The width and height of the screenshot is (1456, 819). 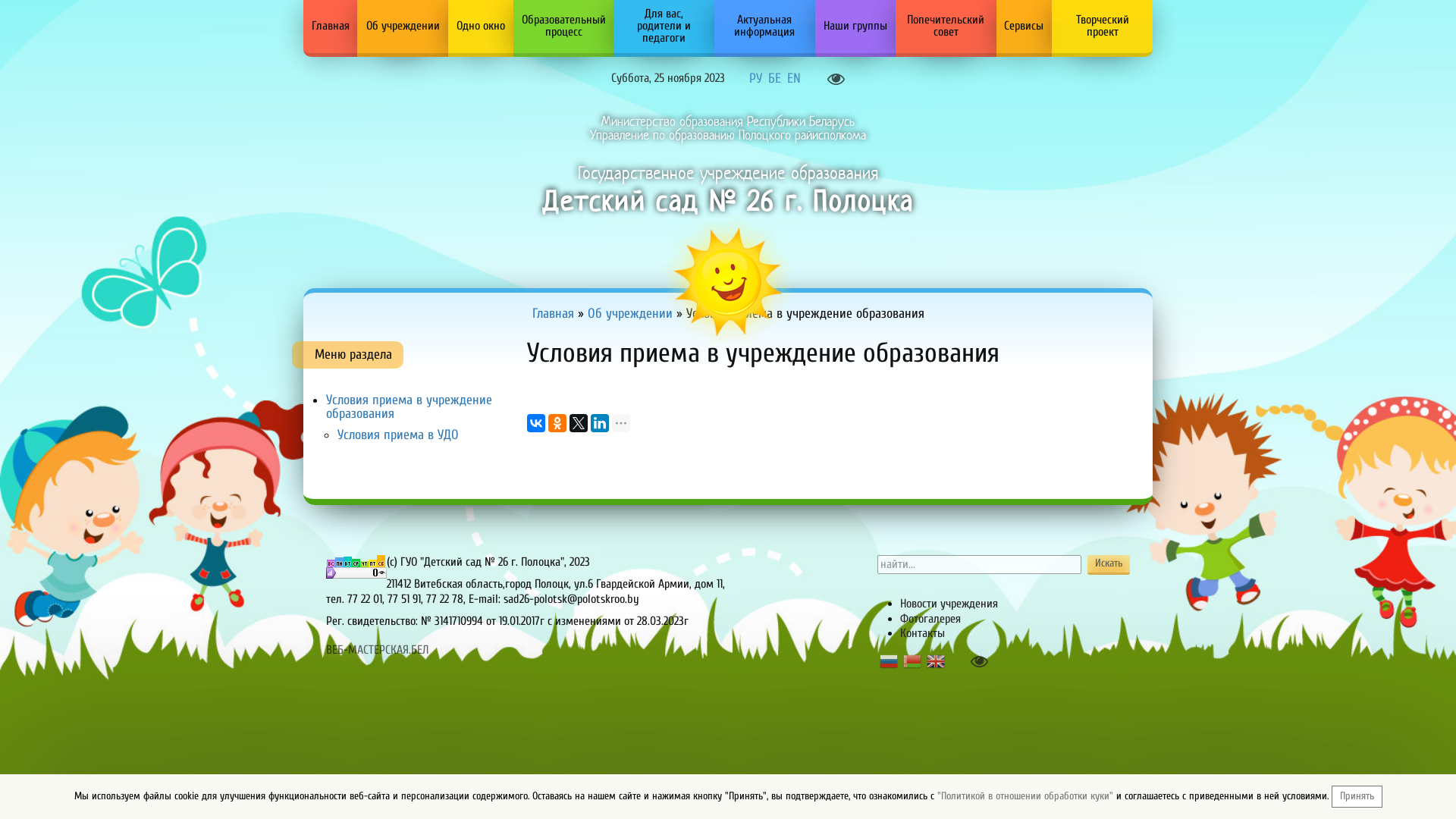 What do you see at coordinates (786, 78) in the screenshot?
I see `'EN'` at bounding box center [786, 78].